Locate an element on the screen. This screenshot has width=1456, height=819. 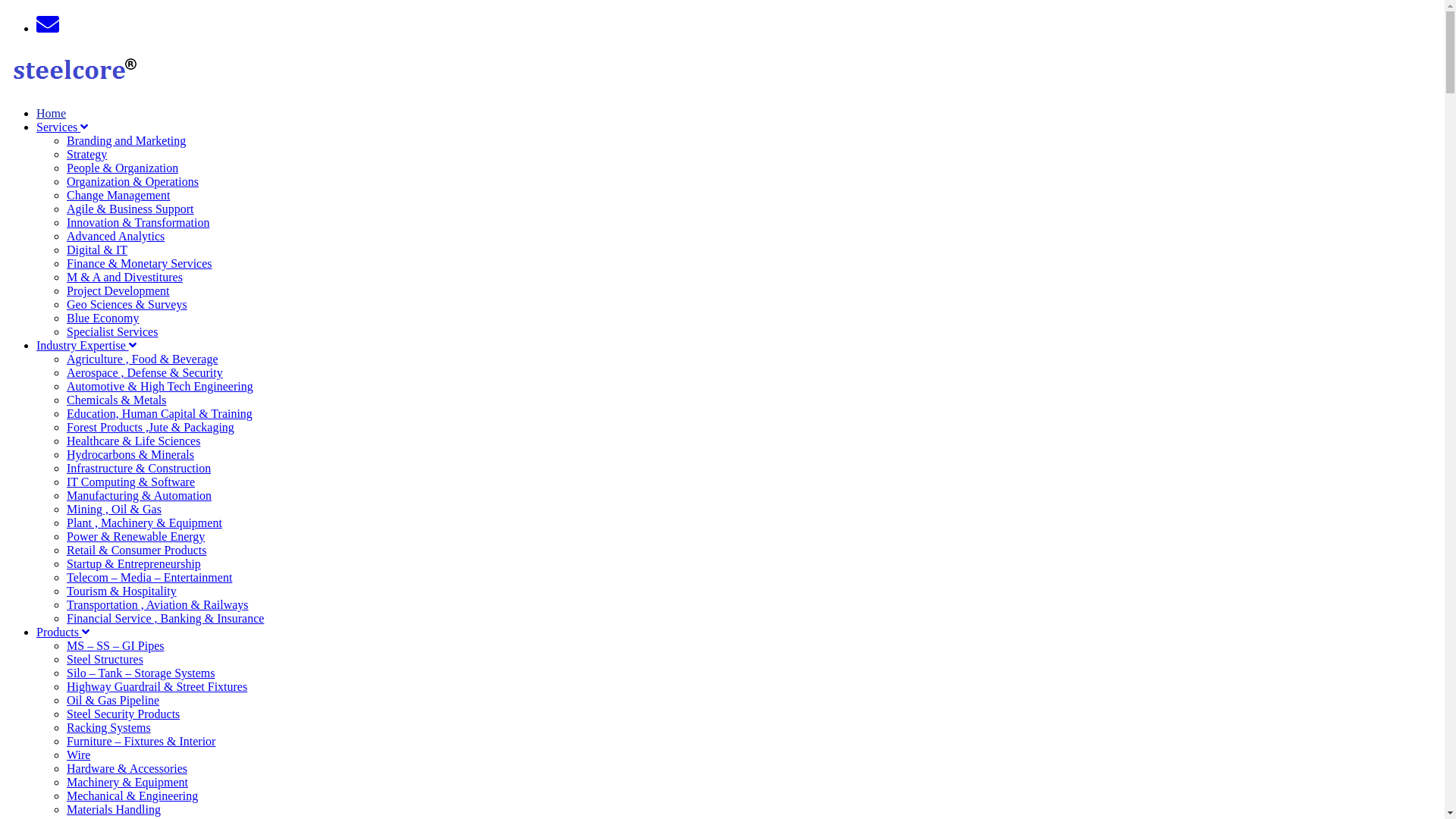
'Healthcare & Life Sciences' is located at coordinates (133, 441).